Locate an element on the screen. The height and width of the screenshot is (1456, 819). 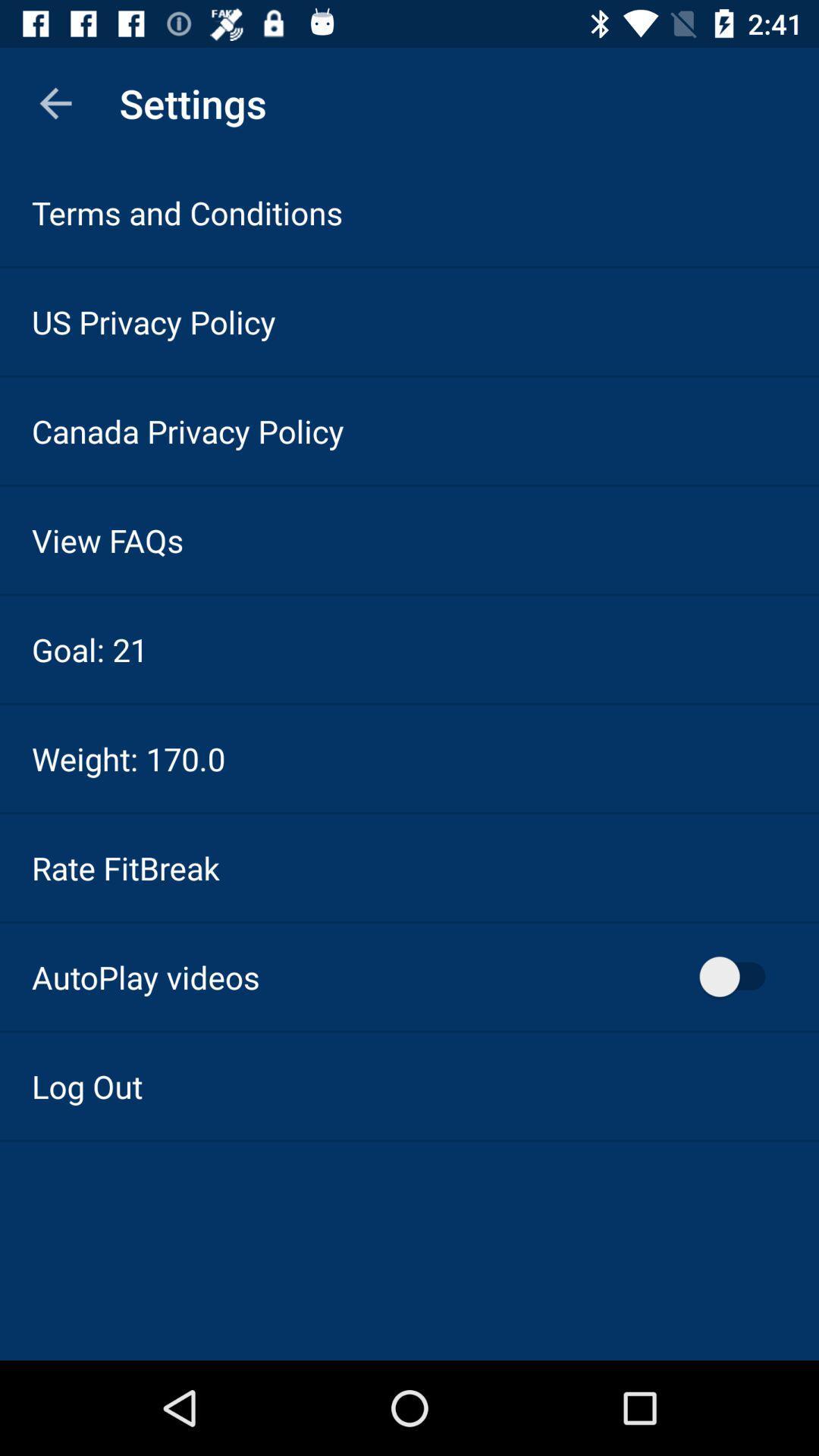
icon to the right of the autoplay videos icon is located at coordinates (739, 977).